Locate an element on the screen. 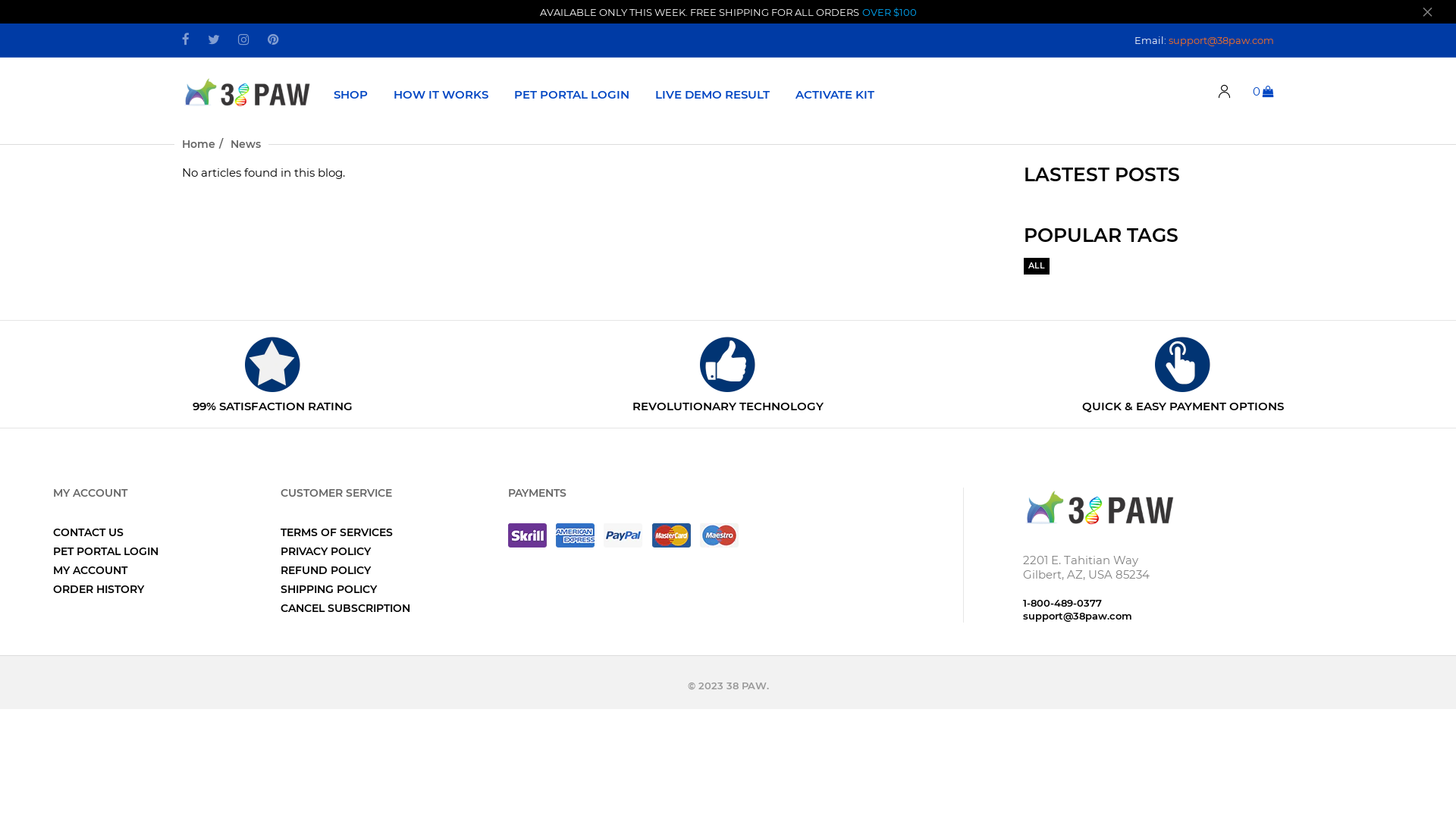 The width and height of the screenshot is (1456, 819). 'REFUND POLICY' is located at coordinates (325, 570).